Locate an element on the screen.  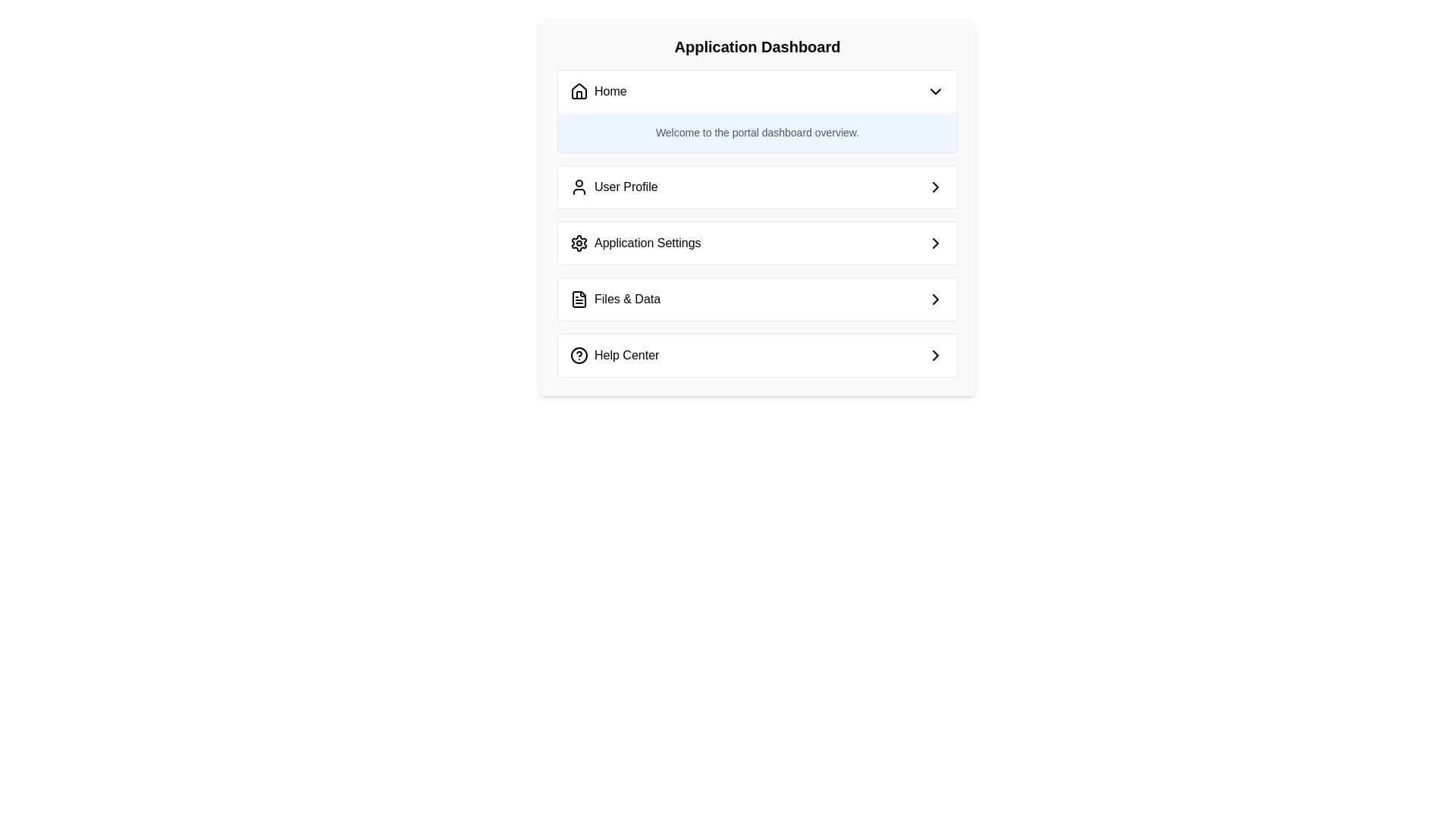
the third button in the vertical list of options on the 'Application Dashboard' is located at coordinates (757, 242).